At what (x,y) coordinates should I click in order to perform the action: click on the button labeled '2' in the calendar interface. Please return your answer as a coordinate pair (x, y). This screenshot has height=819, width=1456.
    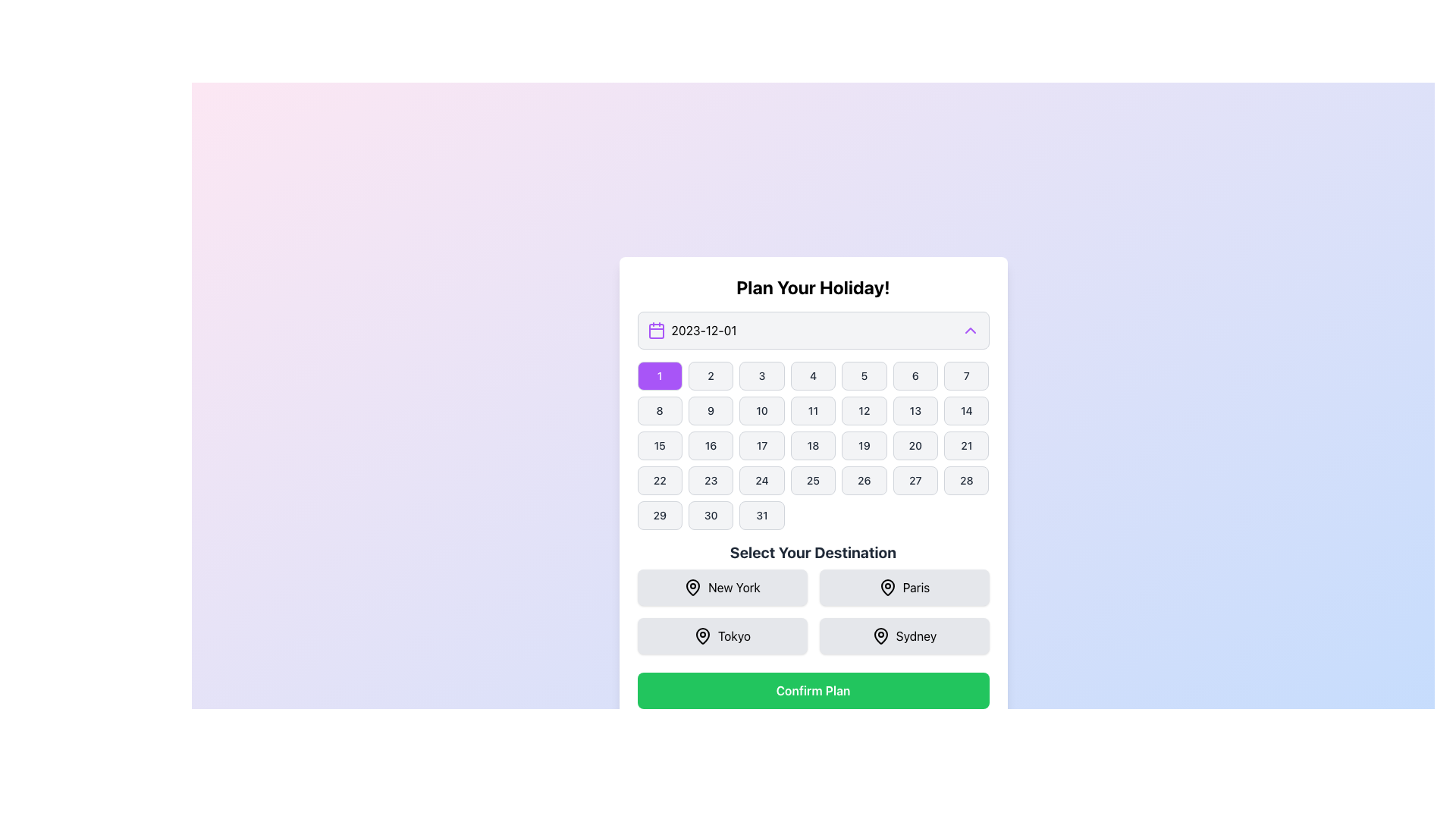
    Looking at the image, I should click on (710, 375).